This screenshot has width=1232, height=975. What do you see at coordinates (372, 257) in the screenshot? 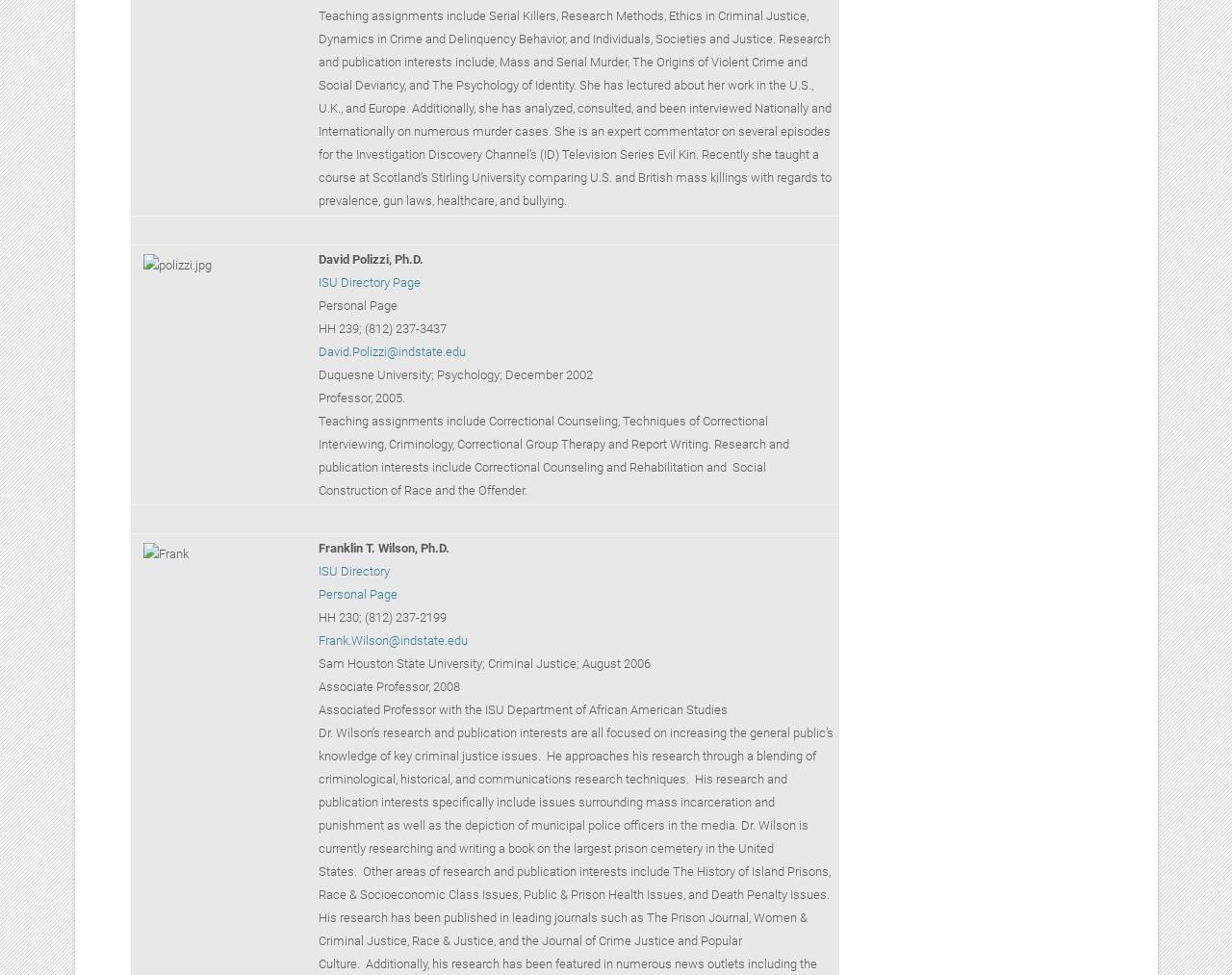
I see `'David Polizzi, Ph.D.'` at bounding box center [372, 257].